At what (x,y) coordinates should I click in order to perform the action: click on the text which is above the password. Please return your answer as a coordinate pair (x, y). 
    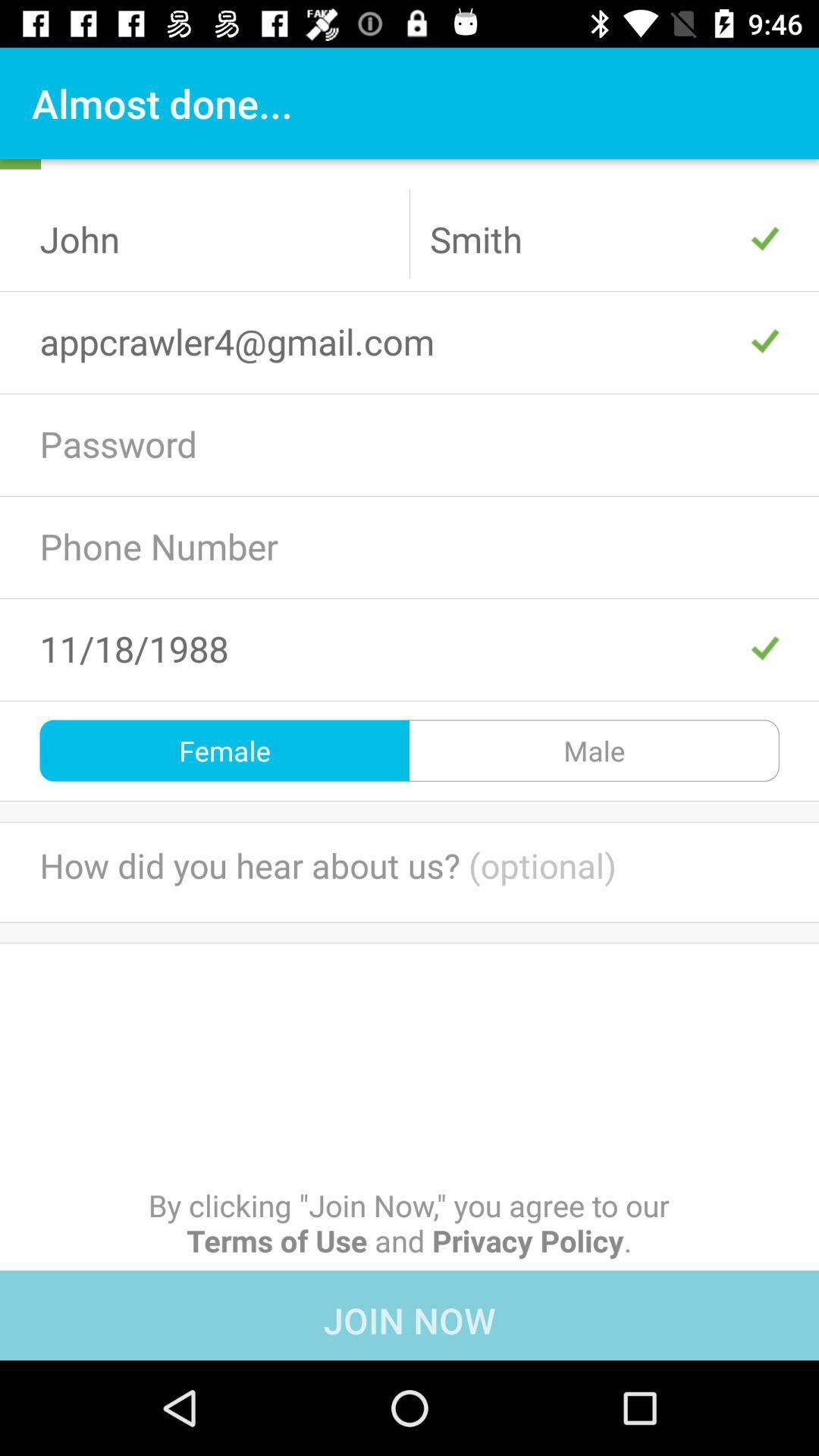
    Looking at the image, I should click on (409, 340).